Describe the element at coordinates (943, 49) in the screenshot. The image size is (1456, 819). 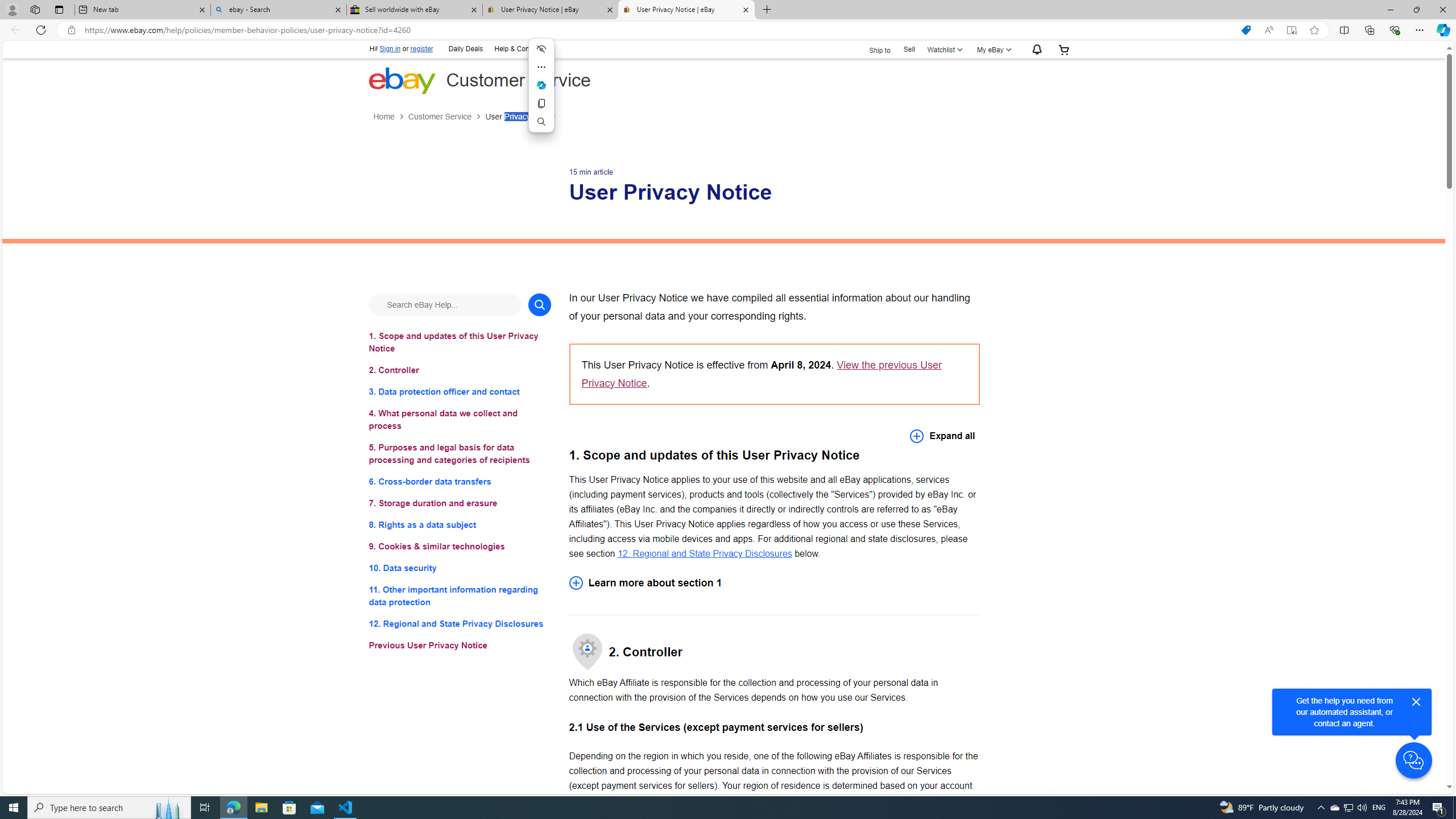
I see `'Watchlist'` at that location.